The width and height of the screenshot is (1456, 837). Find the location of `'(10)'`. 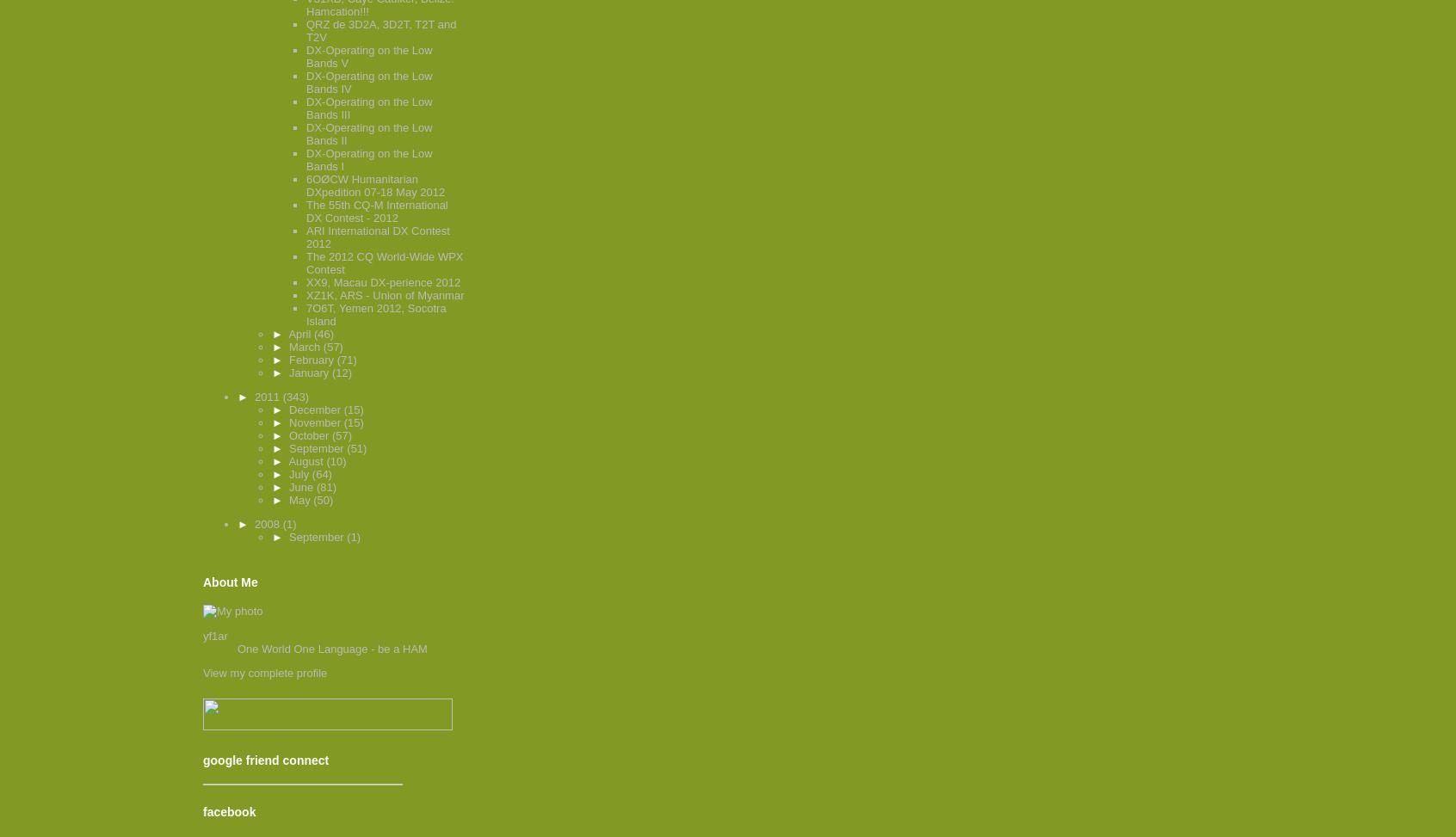

'(10)' is located at coordinates (336, 460).